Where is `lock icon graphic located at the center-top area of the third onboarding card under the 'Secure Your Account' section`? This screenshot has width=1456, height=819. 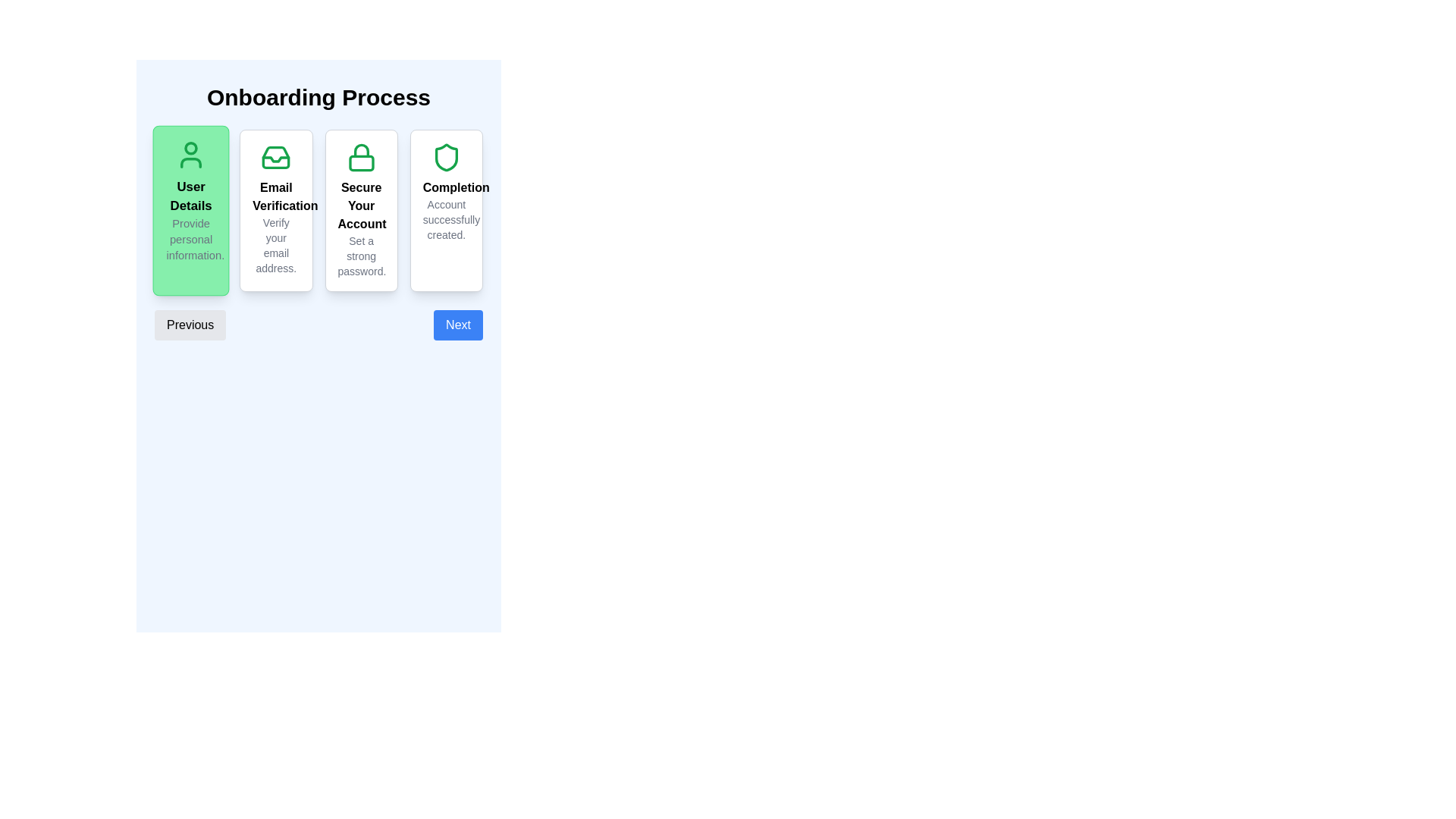
lock icon graphic located at the center-top area of the third onboarding card under the 'Secure Your Account' section is located at coordinates (360, 150).